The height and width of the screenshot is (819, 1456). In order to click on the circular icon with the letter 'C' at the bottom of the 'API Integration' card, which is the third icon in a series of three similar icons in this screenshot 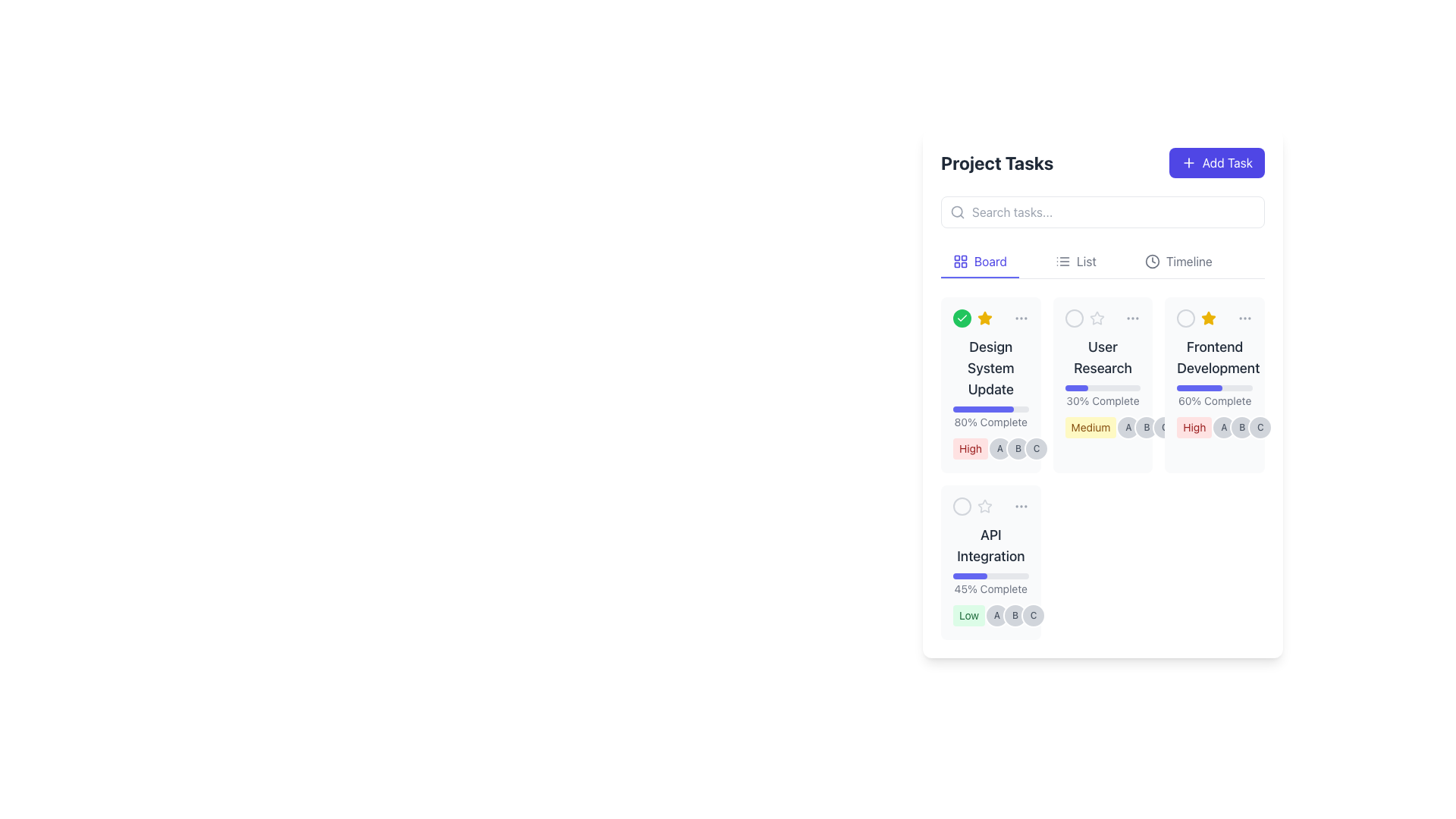, I will do `click(1033, 616)`.